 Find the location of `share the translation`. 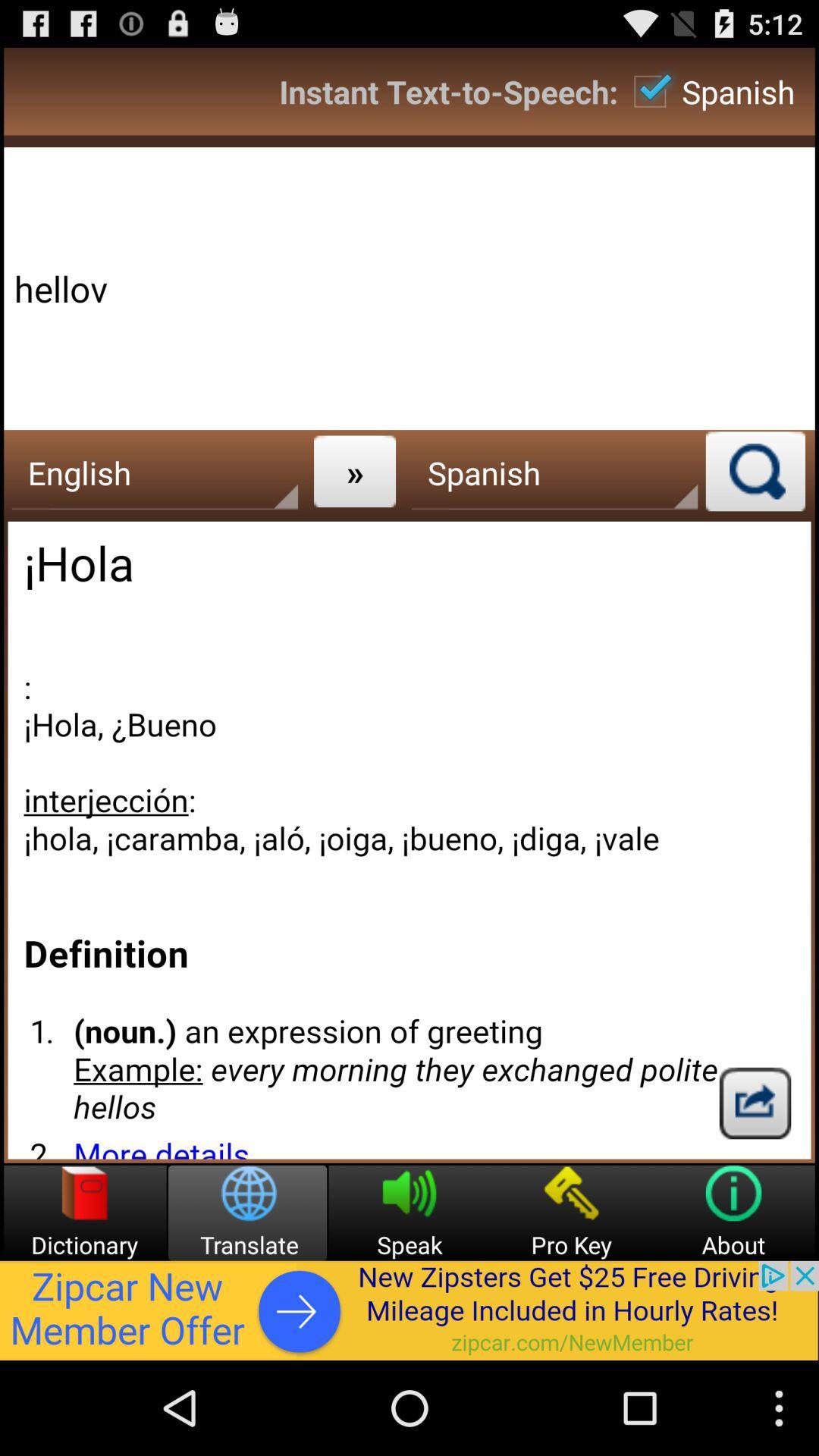

share the translation is located at coordinates (755, 1103).